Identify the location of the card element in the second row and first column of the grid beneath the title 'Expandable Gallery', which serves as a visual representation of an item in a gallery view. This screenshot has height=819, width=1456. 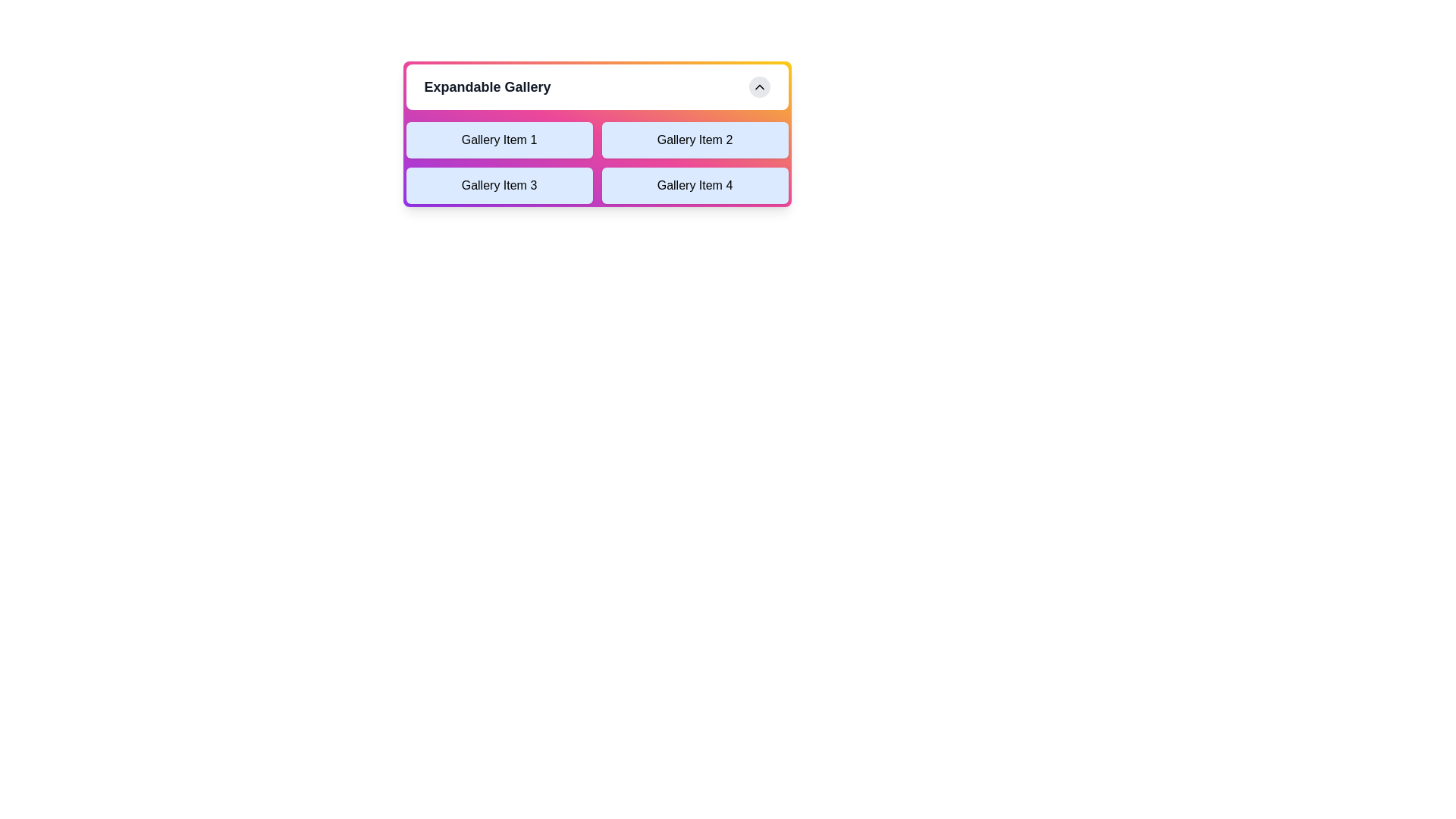
(499, 185).